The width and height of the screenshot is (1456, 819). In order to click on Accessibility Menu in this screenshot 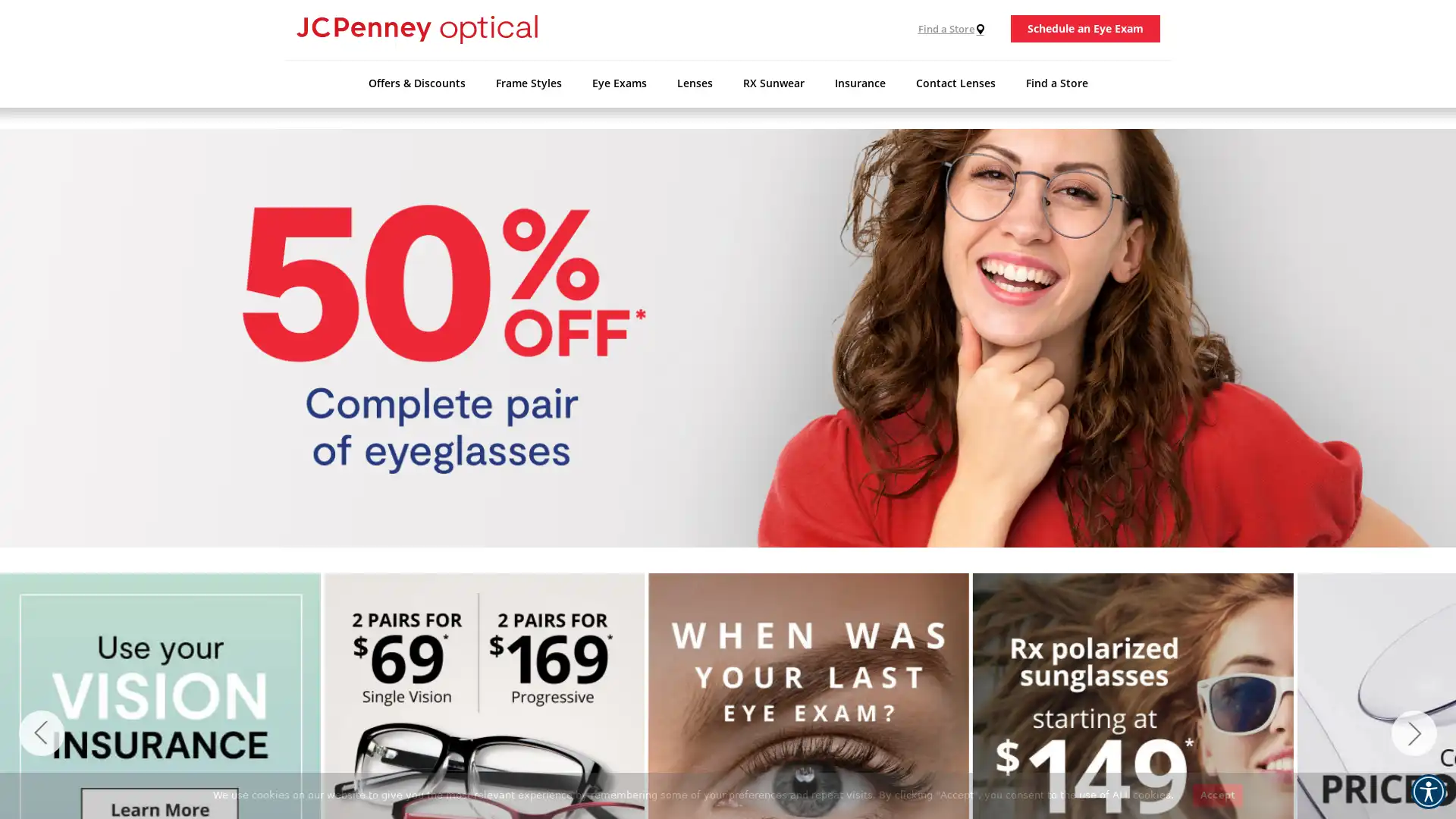, I will do `click(1427, 791)`.